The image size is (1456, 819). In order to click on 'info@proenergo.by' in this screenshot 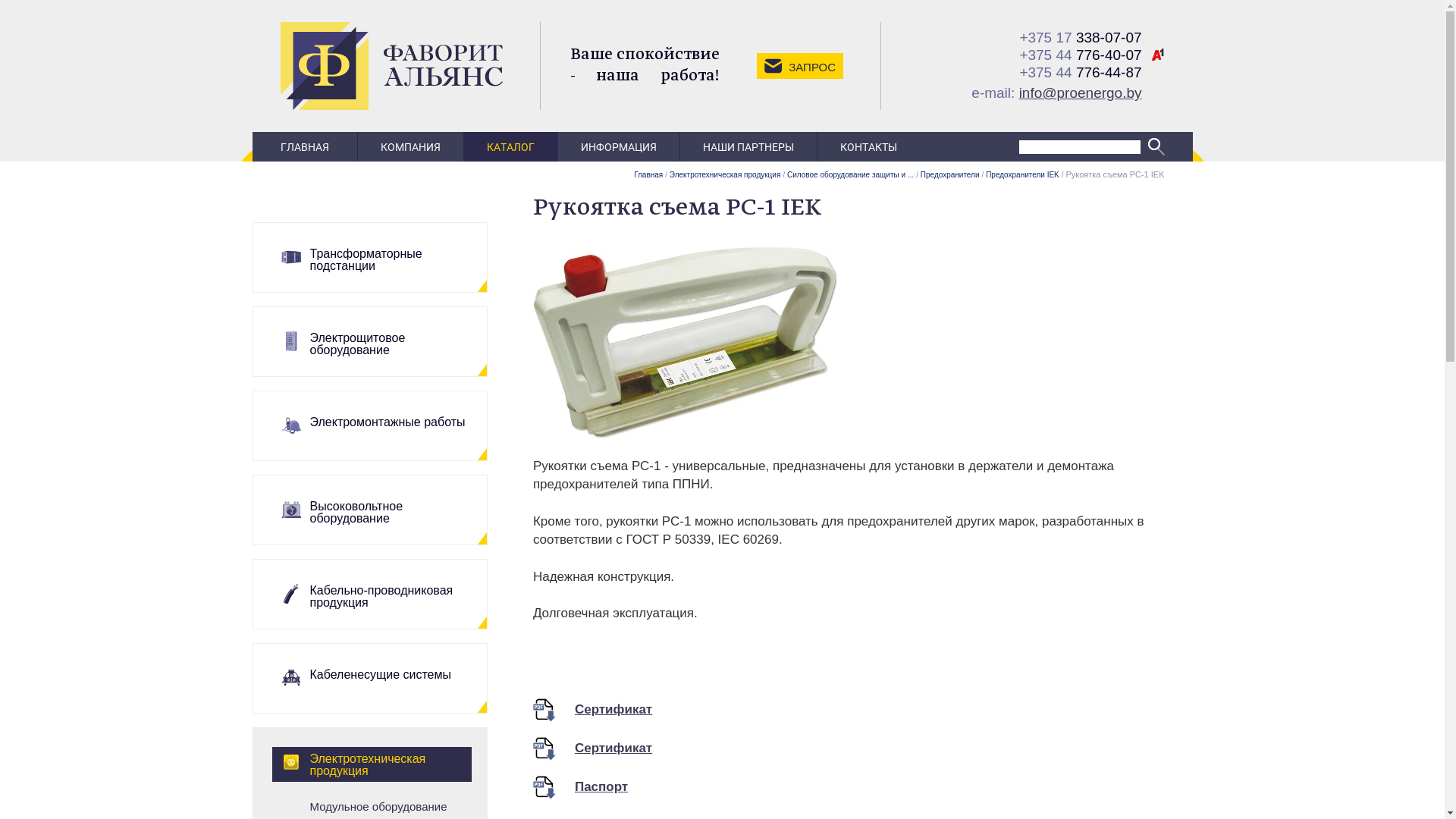, I will do `click(1080, 93)`.